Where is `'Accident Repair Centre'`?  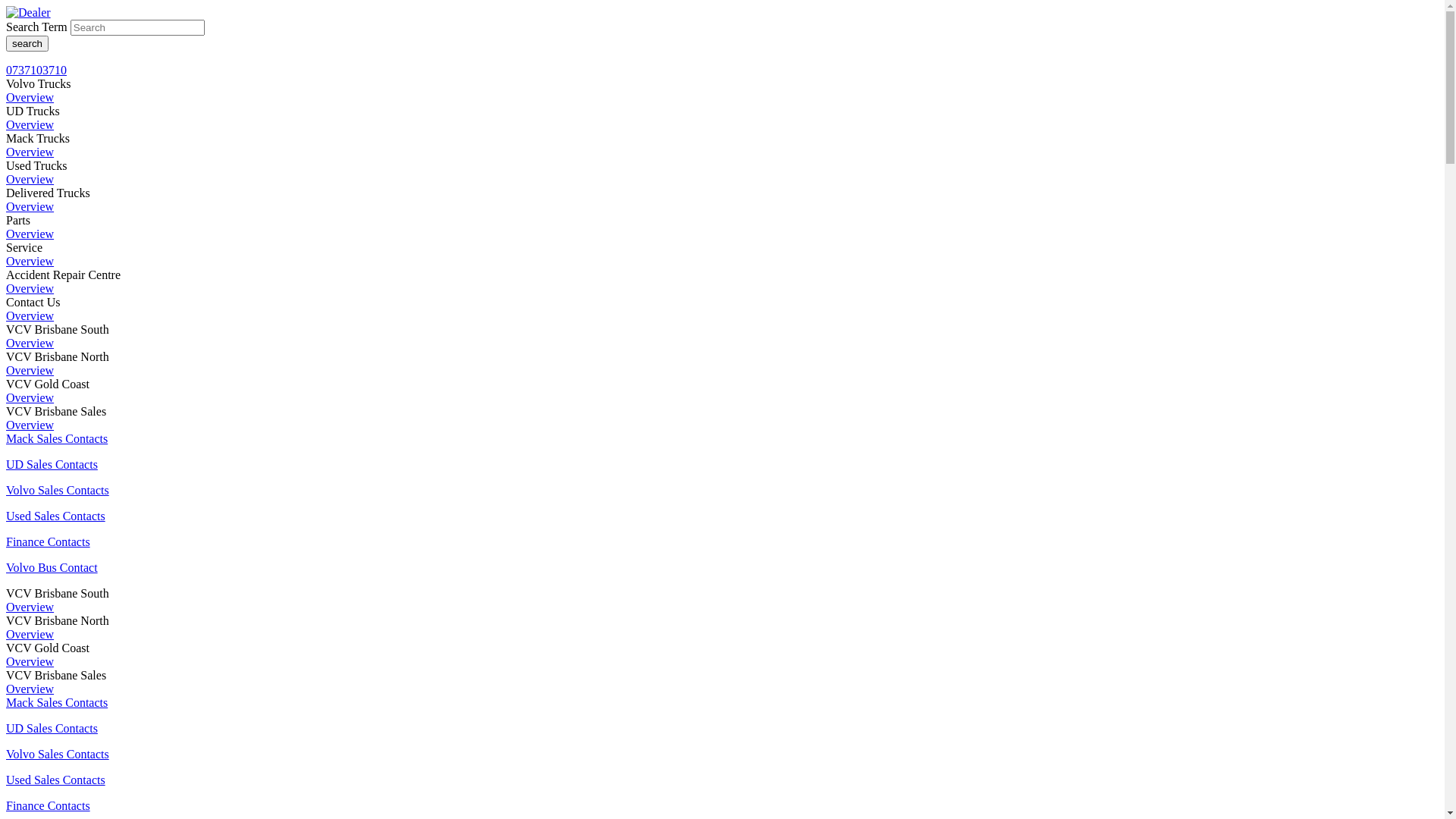 'Accident Repair Centre' is located at coordinates (62, 275).